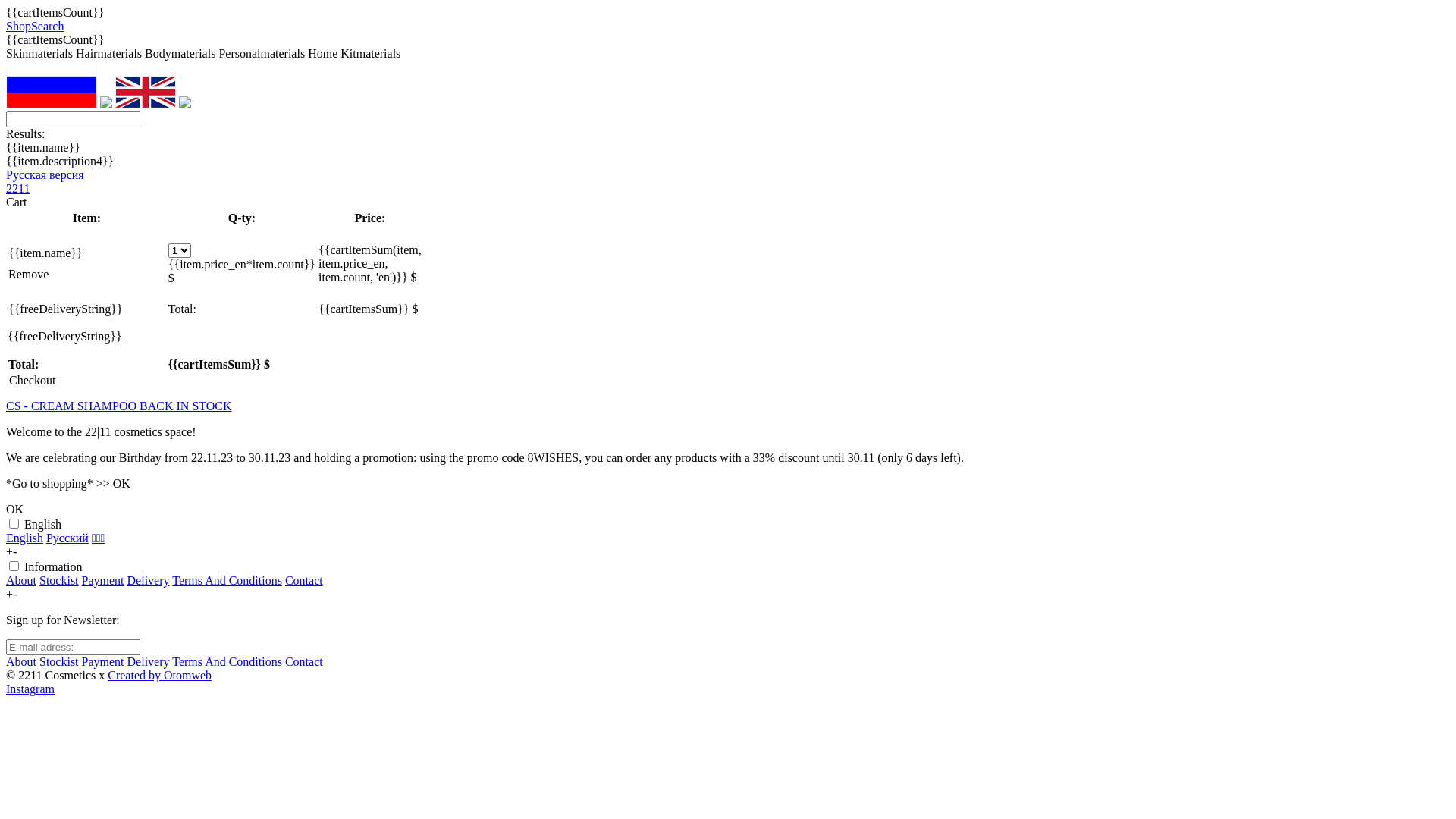 This screenshot has width=1456, height=819. I want to click on 'Delivery', so click(149, 580).